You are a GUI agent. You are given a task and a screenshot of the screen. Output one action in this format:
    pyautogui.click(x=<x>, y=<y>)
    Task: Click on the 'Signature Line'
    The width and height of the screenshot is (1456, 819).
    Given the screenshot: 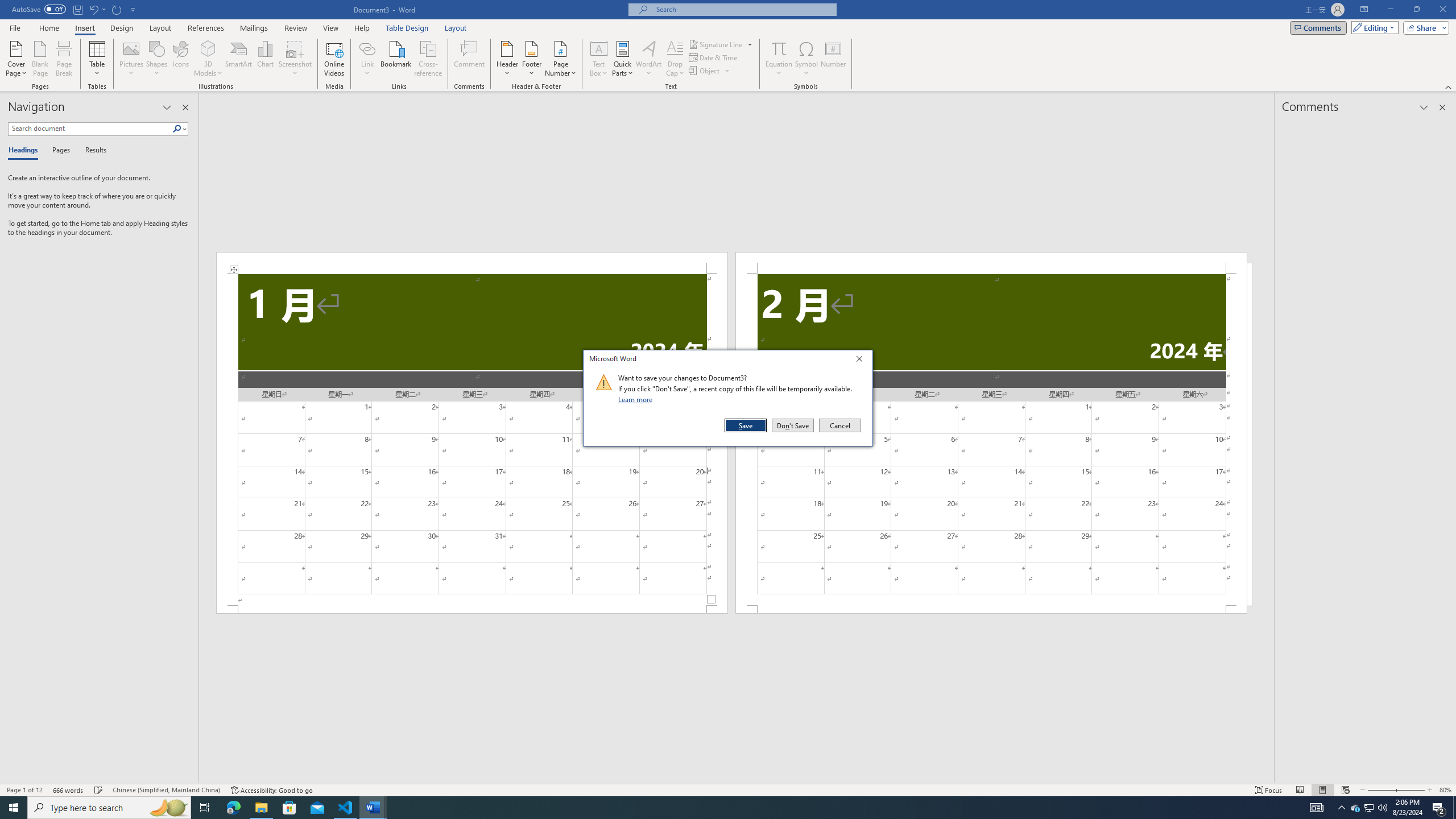 What is the action you would take?
    pyautogui.click(x=721, y=44)
    